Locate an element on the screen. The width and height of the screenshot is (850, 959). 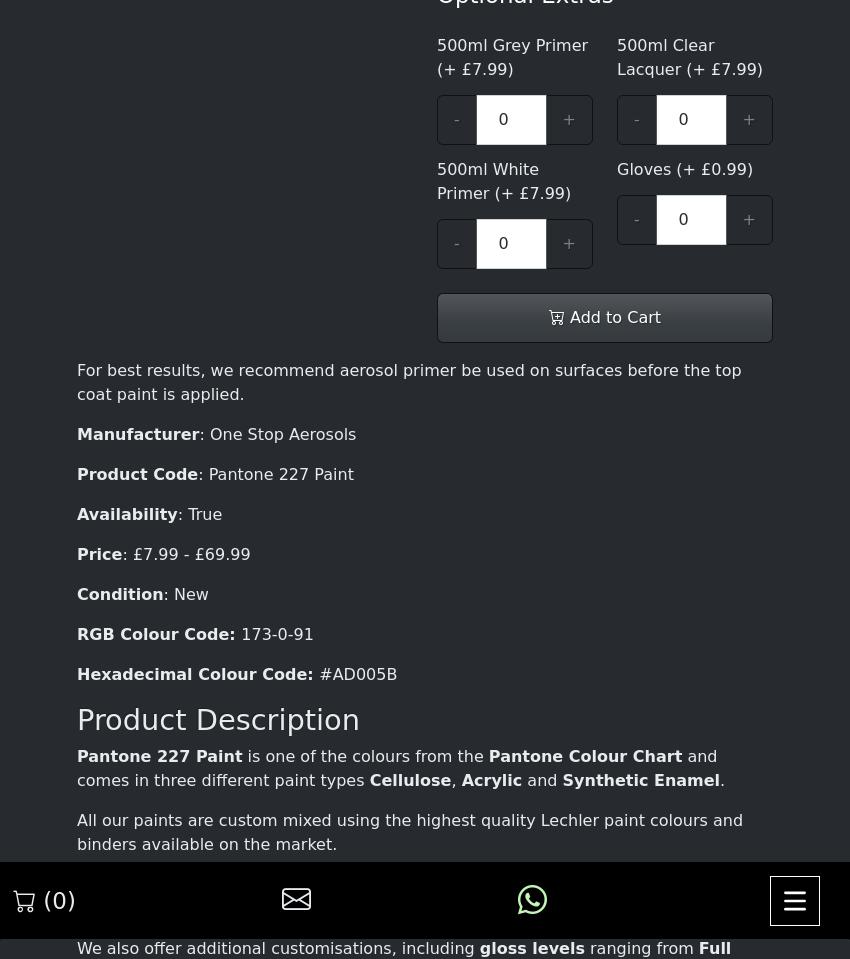
'Friday : 09:00 - 17:00' is located at coordinates (244, 747).